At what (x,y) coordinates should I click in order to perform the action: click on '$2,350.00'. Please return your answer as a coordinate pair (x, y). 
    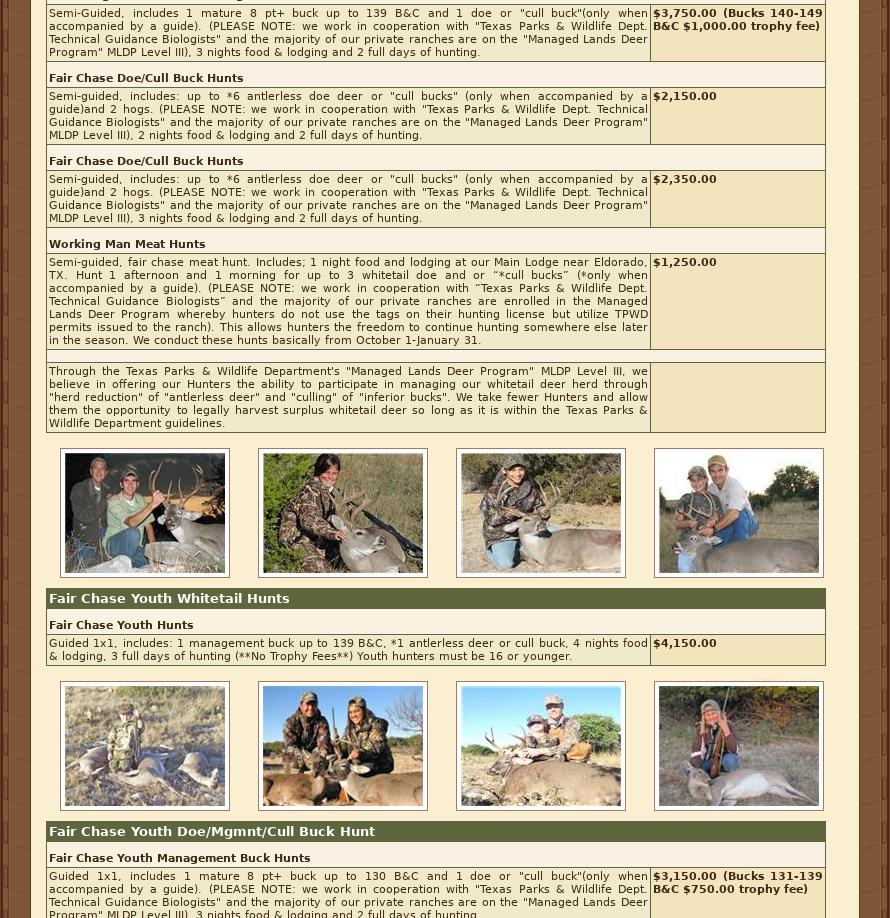
    Looking at the image, I should click on (652, 179).